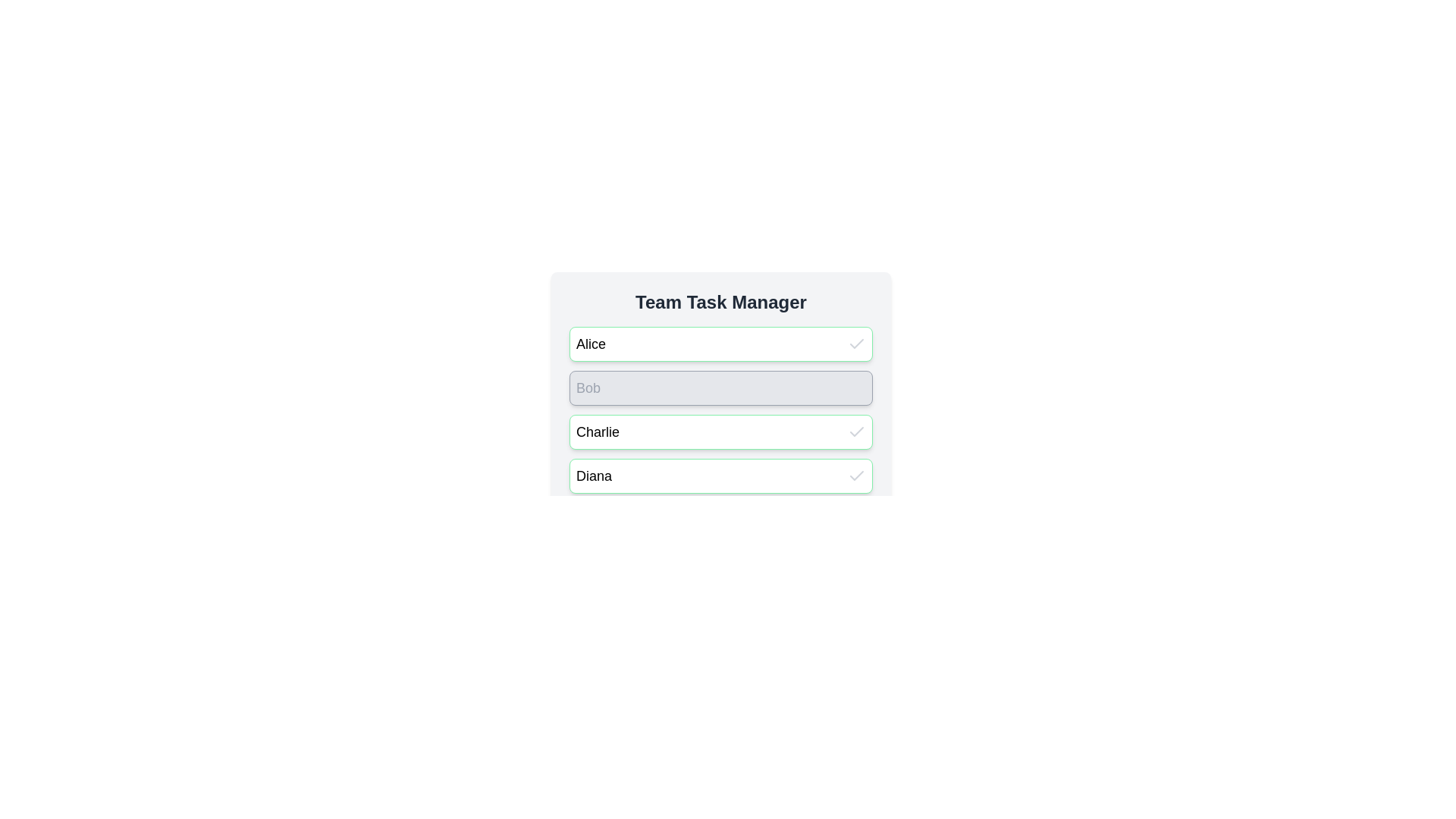  What do you see at coordinates (856, 431) in the screenshot?
I see `the Check Icon located to the right of the 'Charlie' name field in the task entries list, which indicates acknowledgment or status confirmation` at bounding box center [856, 431].